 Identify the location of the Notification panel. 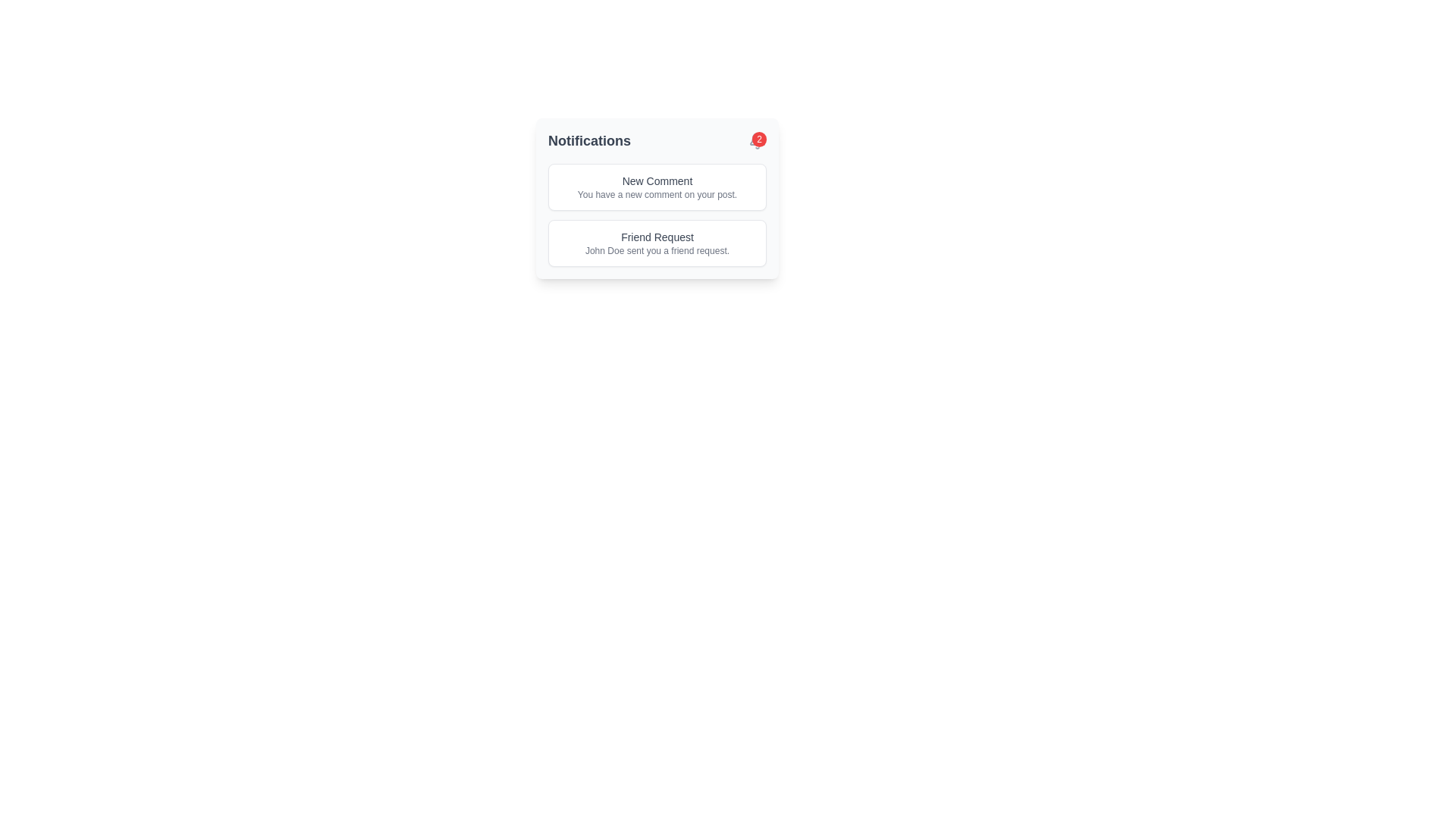
(657, 198).